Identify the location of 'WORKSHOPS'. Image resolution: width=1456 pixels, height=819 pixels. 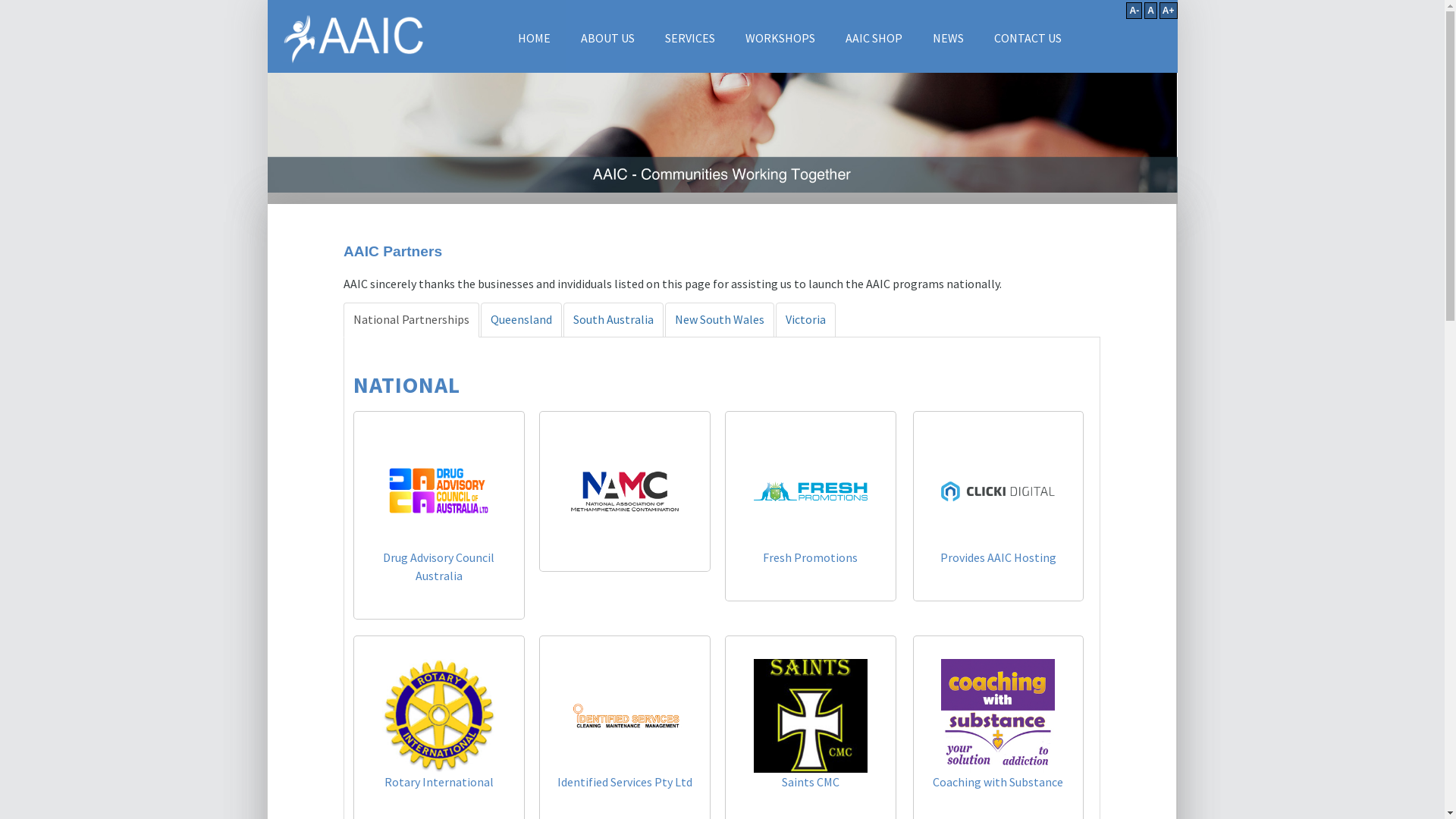
(779, 37).